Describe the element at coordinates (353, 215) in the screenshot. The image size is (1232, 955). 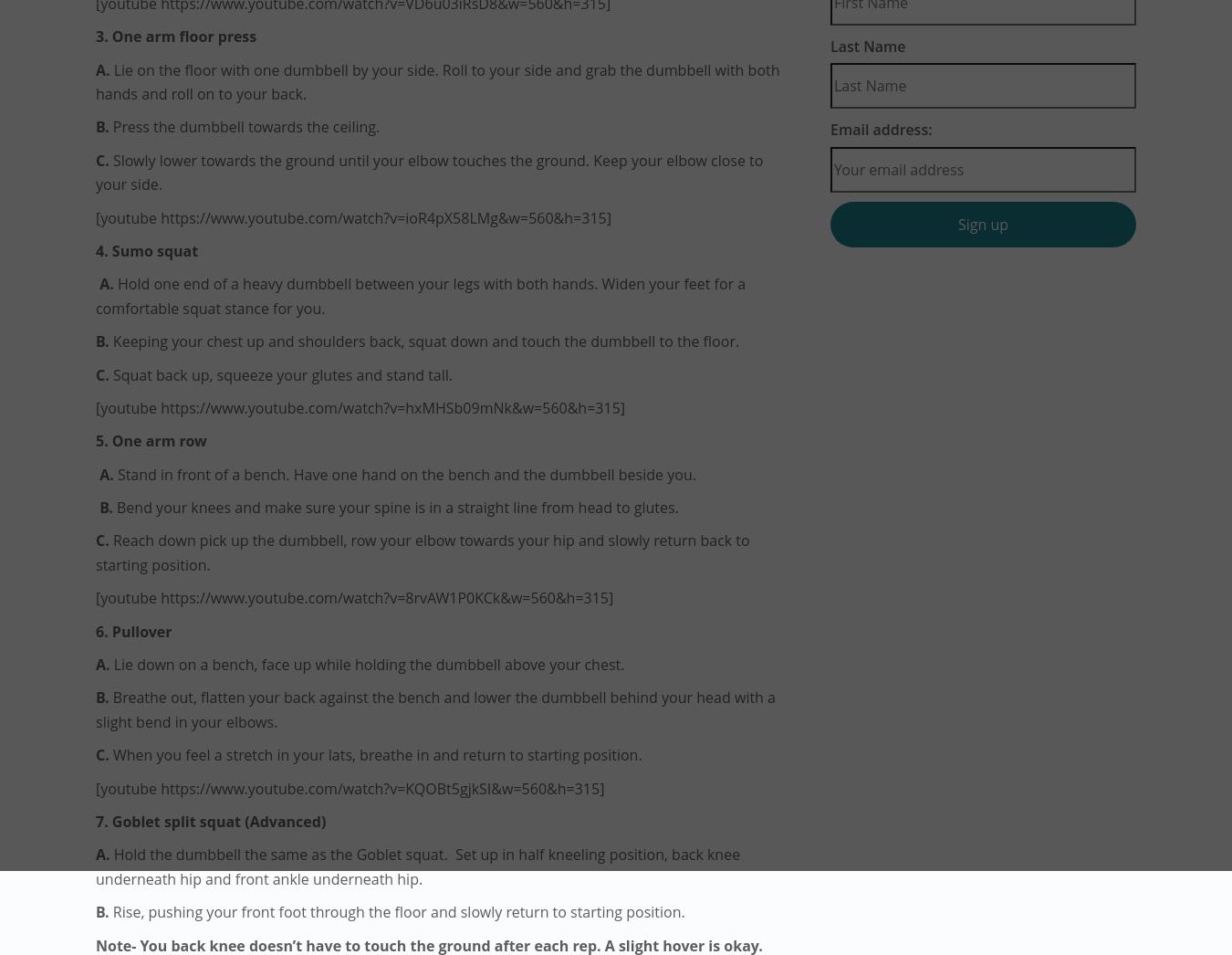
I see `'[youtube https://www.youtube.com/watch?v=ioR4pX58LMg&w=560&h=315]'` at that location.